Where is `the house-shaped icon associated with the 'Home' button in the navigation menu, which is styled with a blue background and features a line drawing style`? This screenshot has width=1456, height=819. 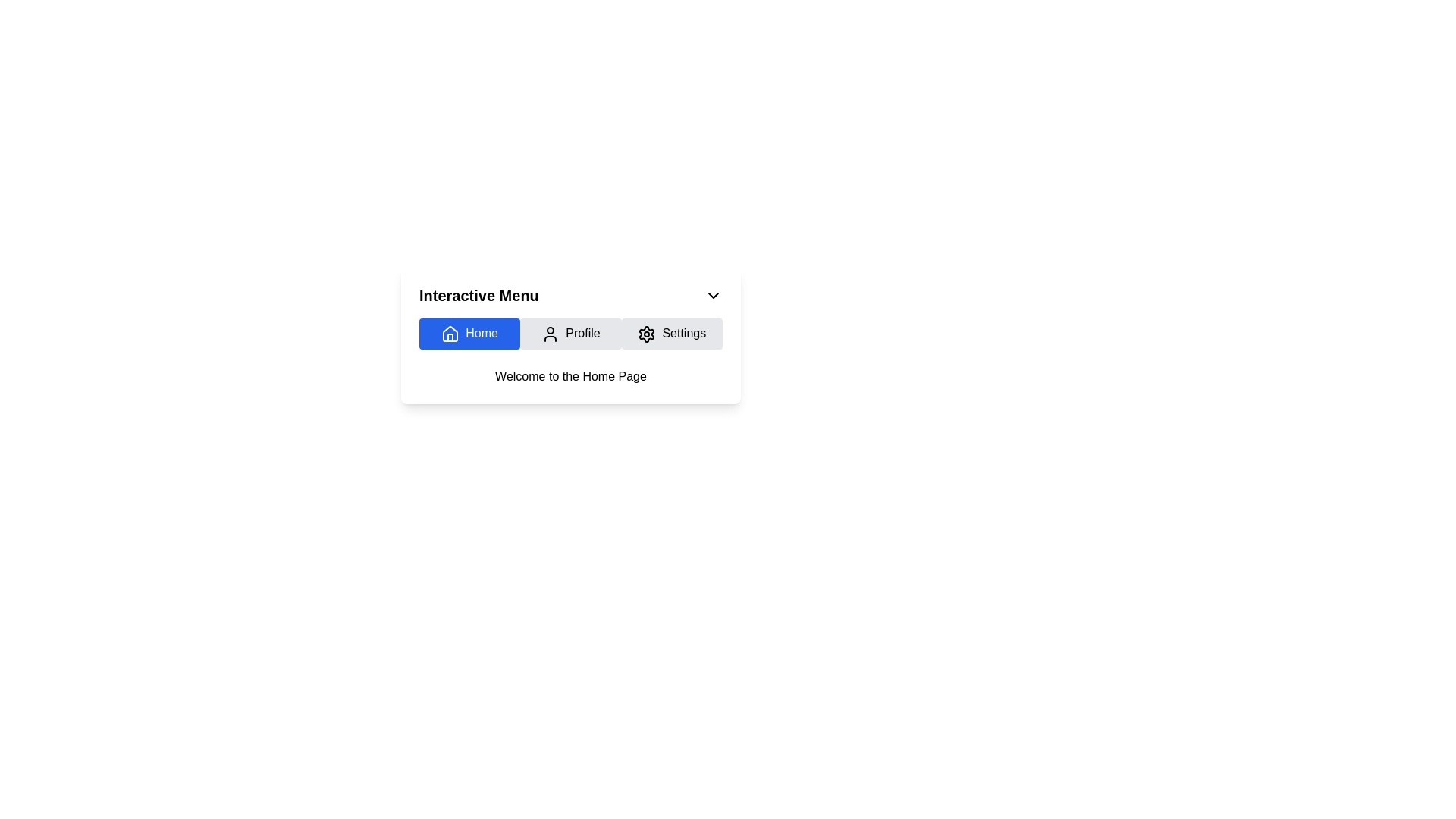
the house-shaped icon associated with the 'Home' button in the navigation menu, which is styled with a blue background and features a line drawing style is located at coordinates (450, 333).